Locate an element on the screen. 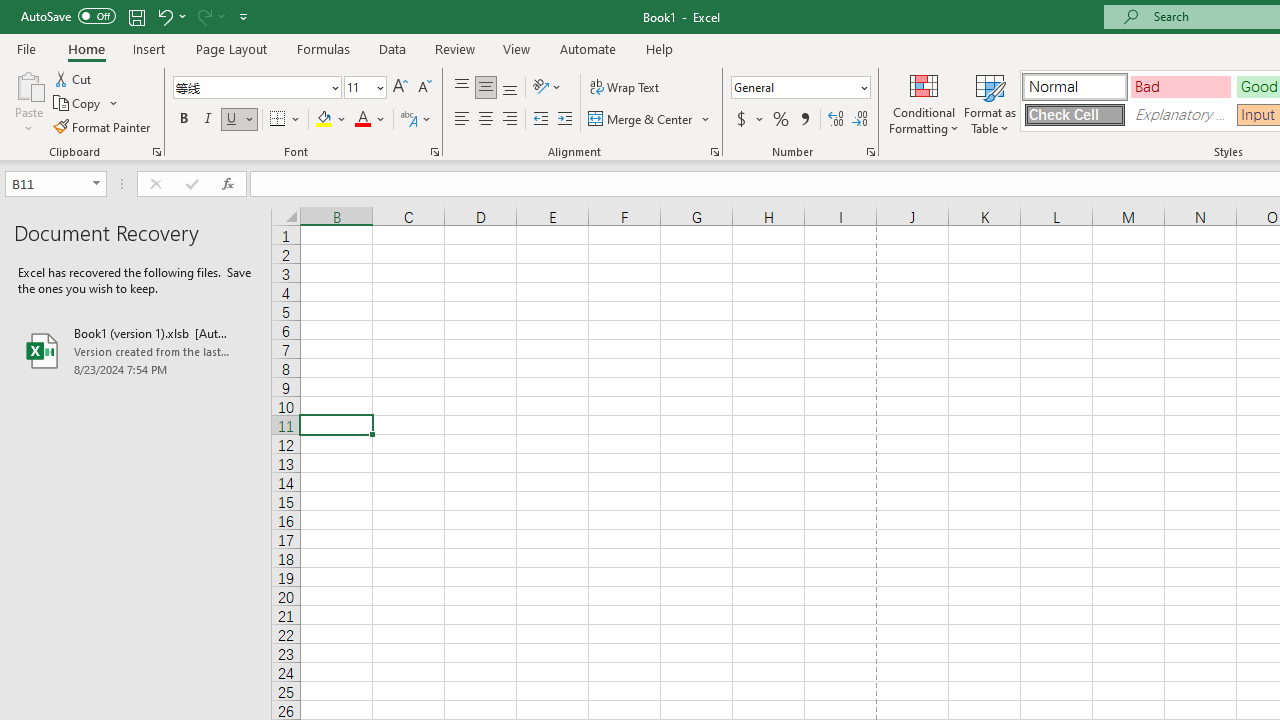 This screenshot has width=1280, height=720. 'Book1 (version 1).xlsb  [AutoRecovered]' is located at coordinates (135, 350).